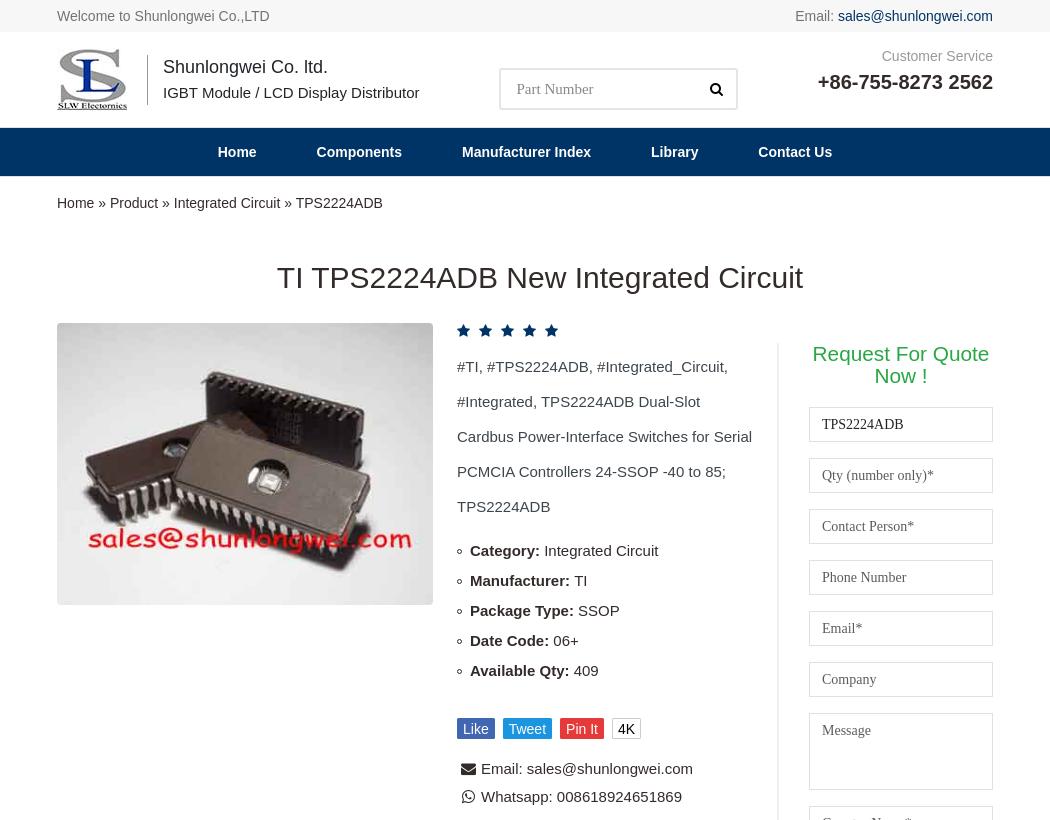 The height and width of the screenshot is (820, 1050). I want to click on 'TI', so click(579, 150).